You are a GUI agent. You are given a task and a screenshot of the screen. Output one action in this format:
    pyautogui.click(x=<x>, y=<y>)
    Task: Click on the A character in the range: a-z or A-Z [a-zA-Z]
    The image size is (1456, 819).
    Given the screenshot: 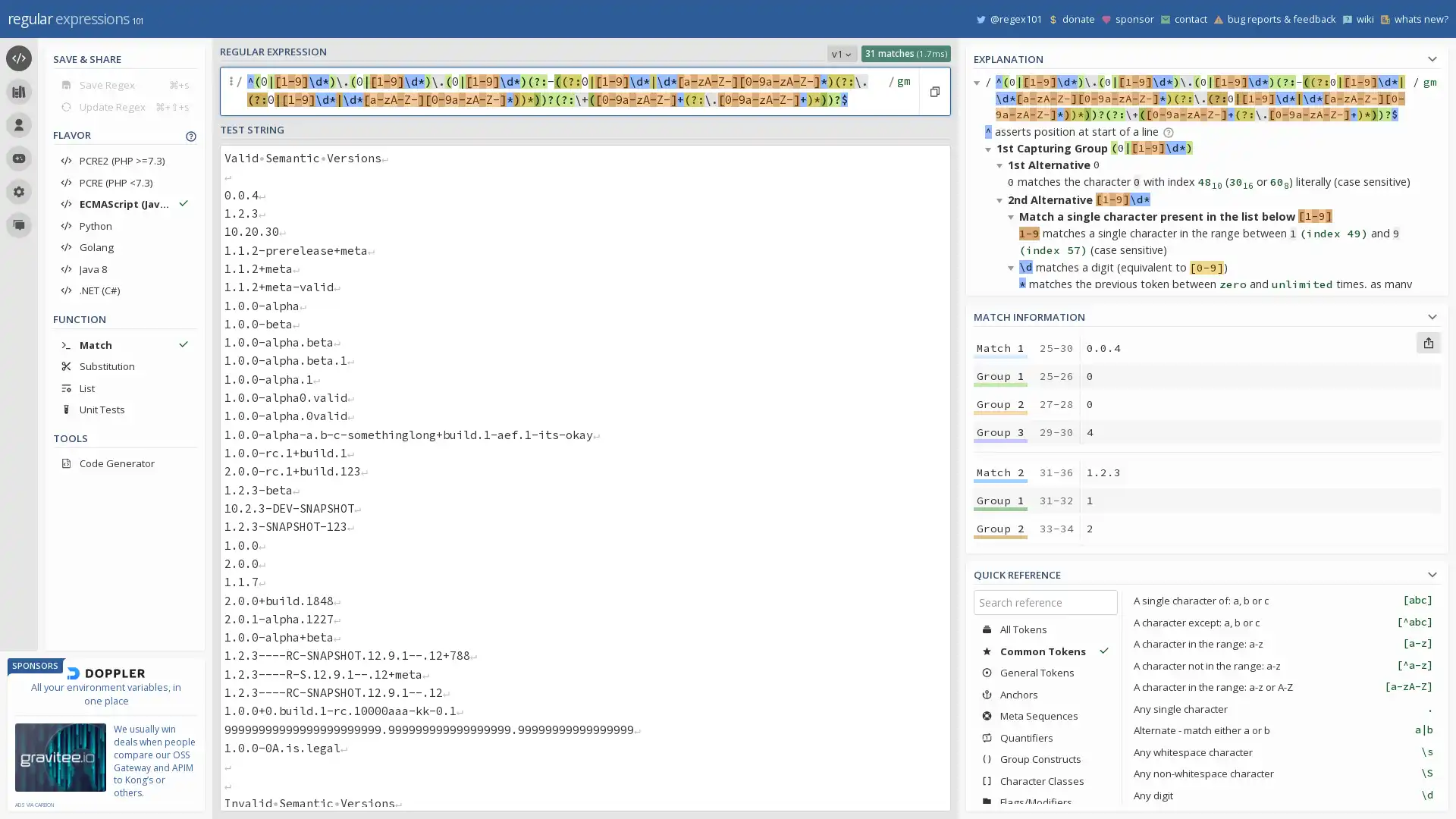 What is the action you would take?
    pyautogui.click(x=1282, y=687)
    